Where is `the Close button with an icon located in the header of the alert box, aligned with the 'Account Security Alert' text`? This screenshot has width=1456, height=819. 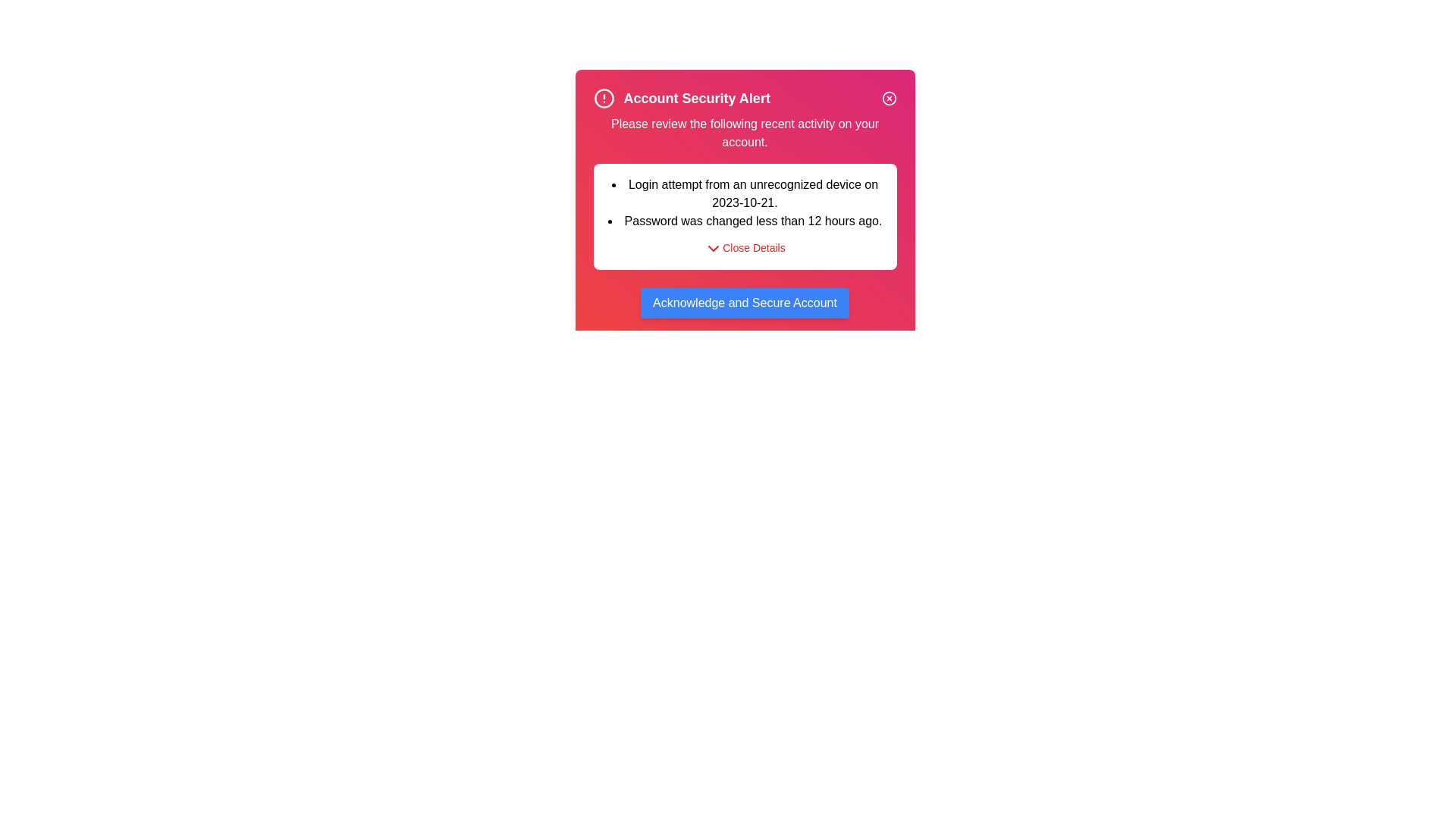
the Close button with an icon located in the header of the alert box, aligned with the 'Account Security Alert' text is located at coordinates (889, 99).